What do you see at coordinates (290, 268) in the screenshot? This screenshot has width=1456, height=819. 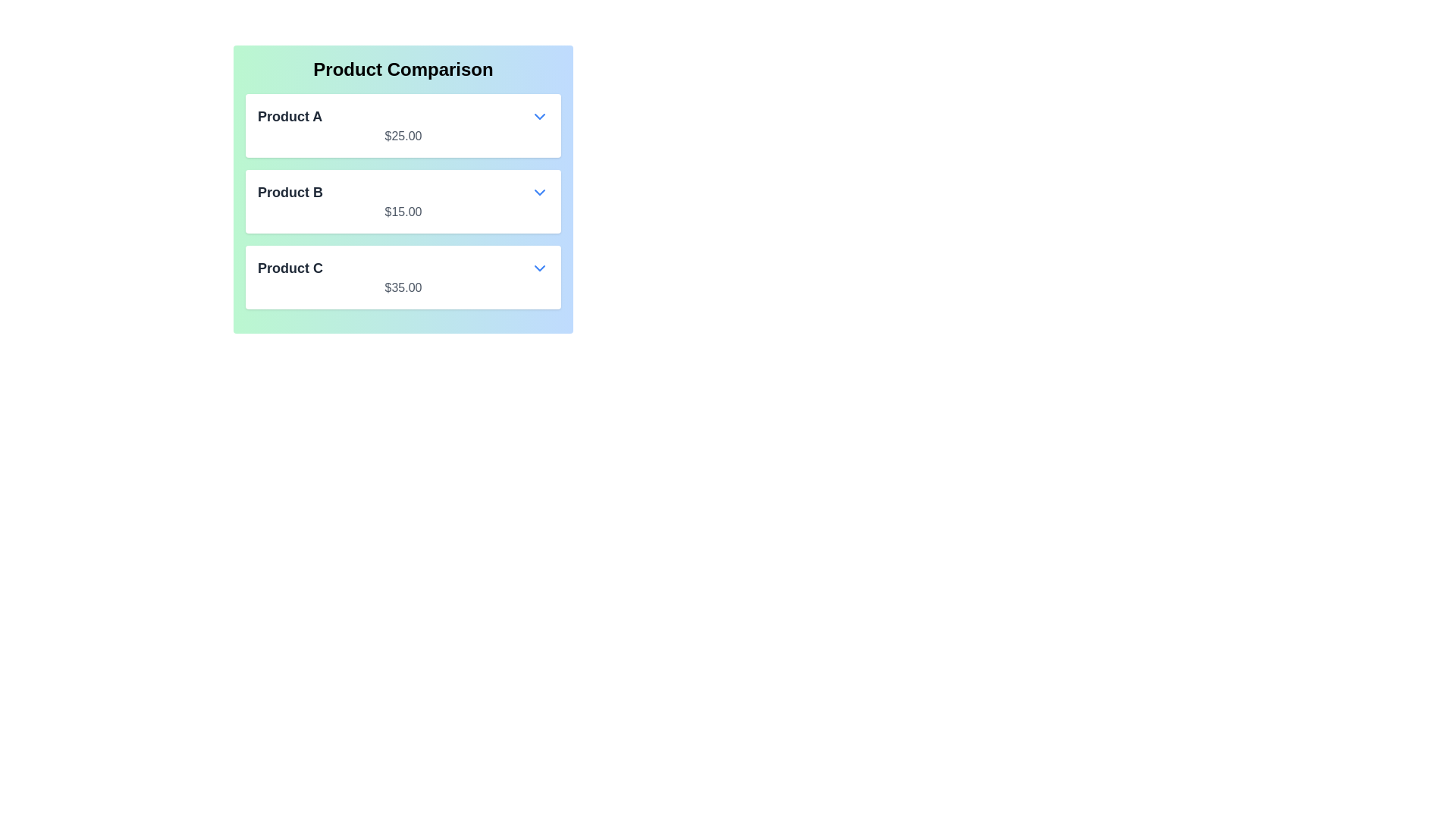 I see `the bold text label 'Product C'` at bounding box center [290, 268].